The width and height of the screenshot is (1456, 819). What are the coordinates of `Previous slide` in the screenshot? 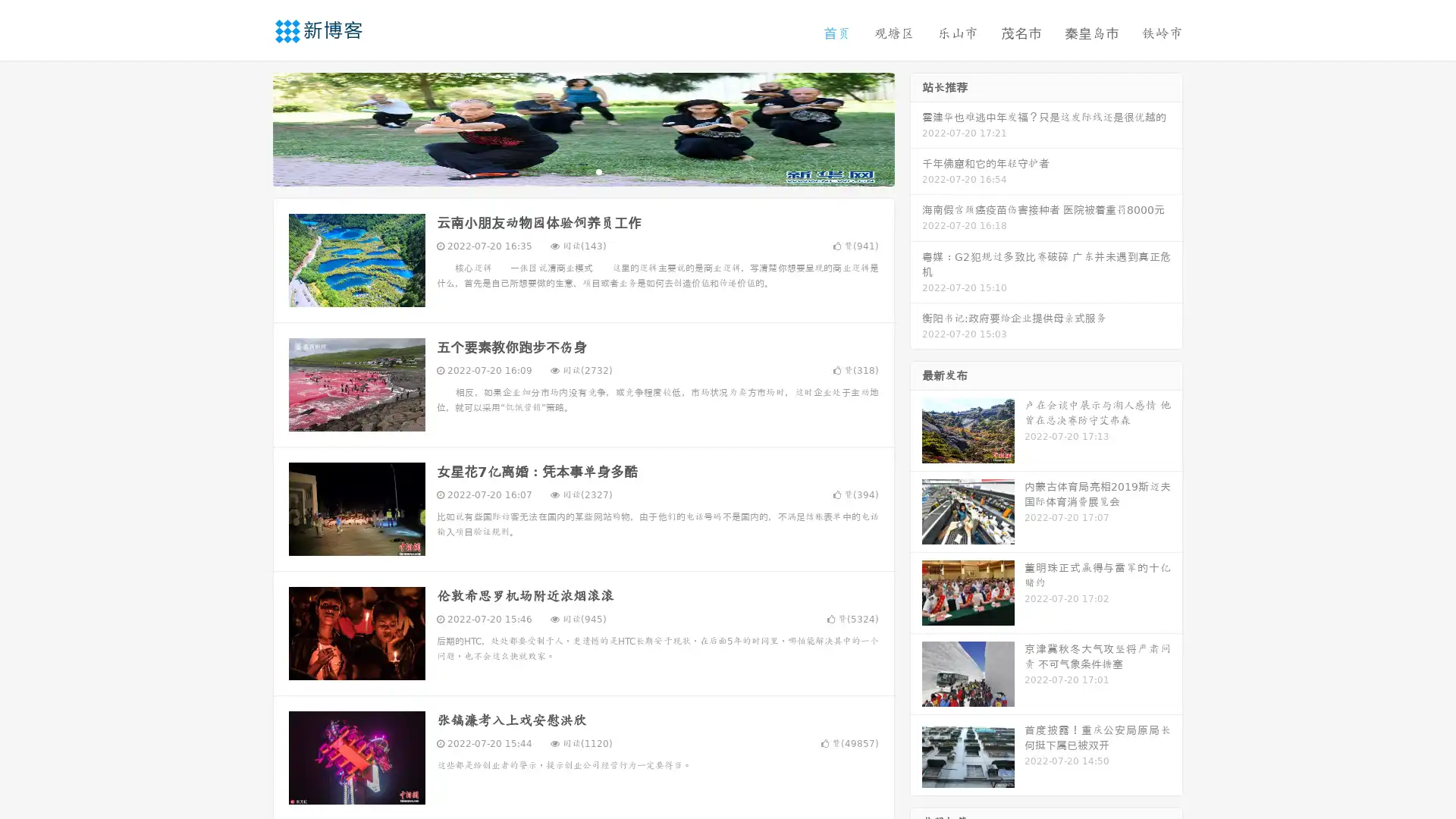 It's located at (250, 127).